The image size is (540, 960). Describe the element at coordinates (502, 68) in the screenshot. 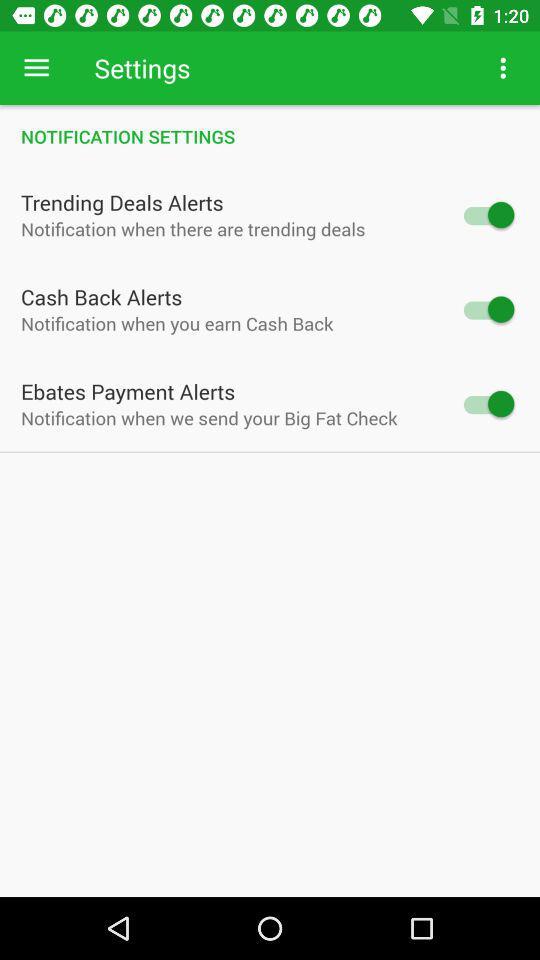

I see `item to the right of settings item` at that location.